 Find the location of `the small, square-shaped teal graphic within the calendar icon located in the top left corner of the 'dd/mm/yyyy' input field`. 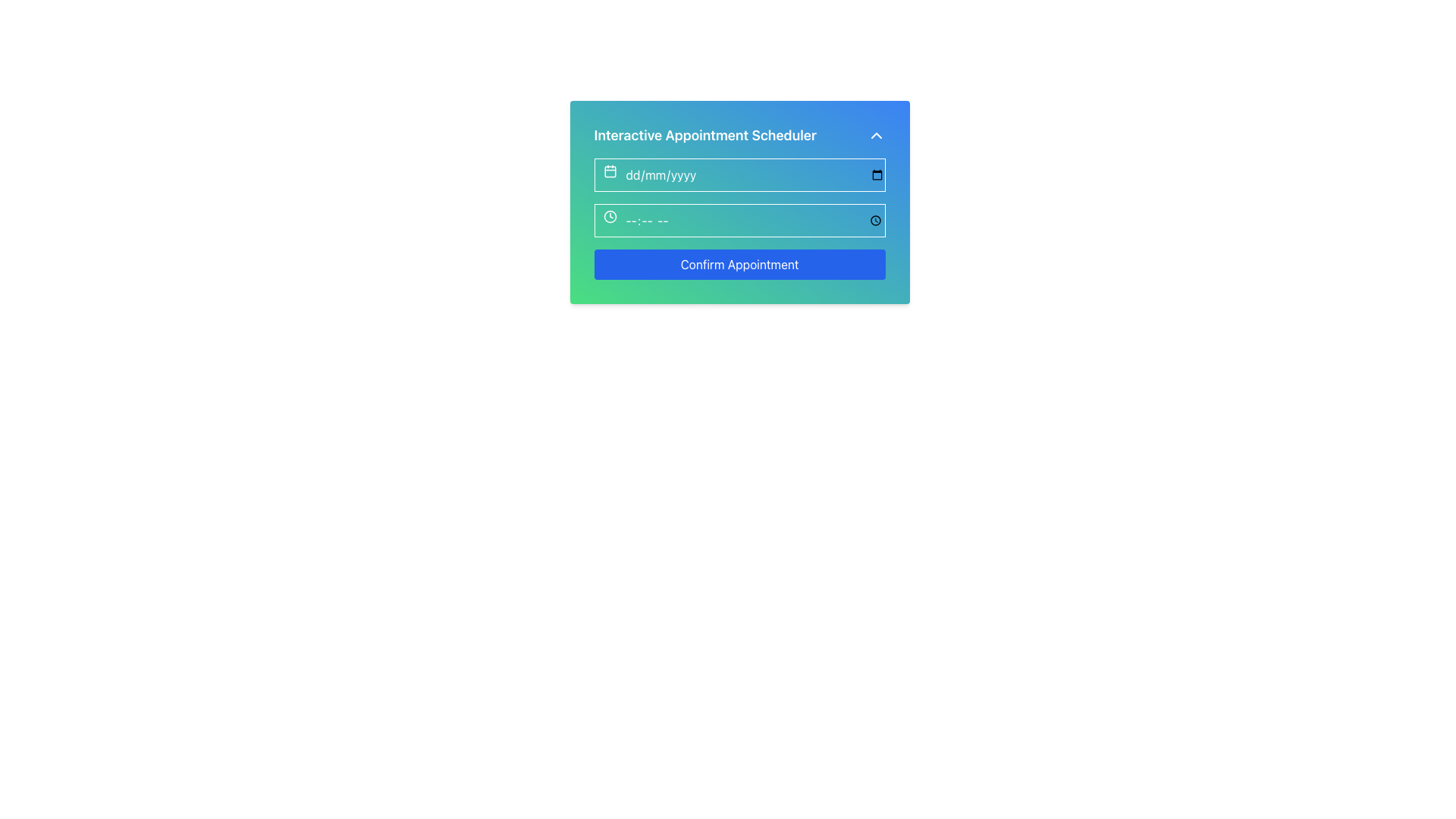

the small, square-shaped teal graphic within the calendar icon located in the top left corner of the 'dd/mm/yyyy' input field is located at coordinates (610, 171).